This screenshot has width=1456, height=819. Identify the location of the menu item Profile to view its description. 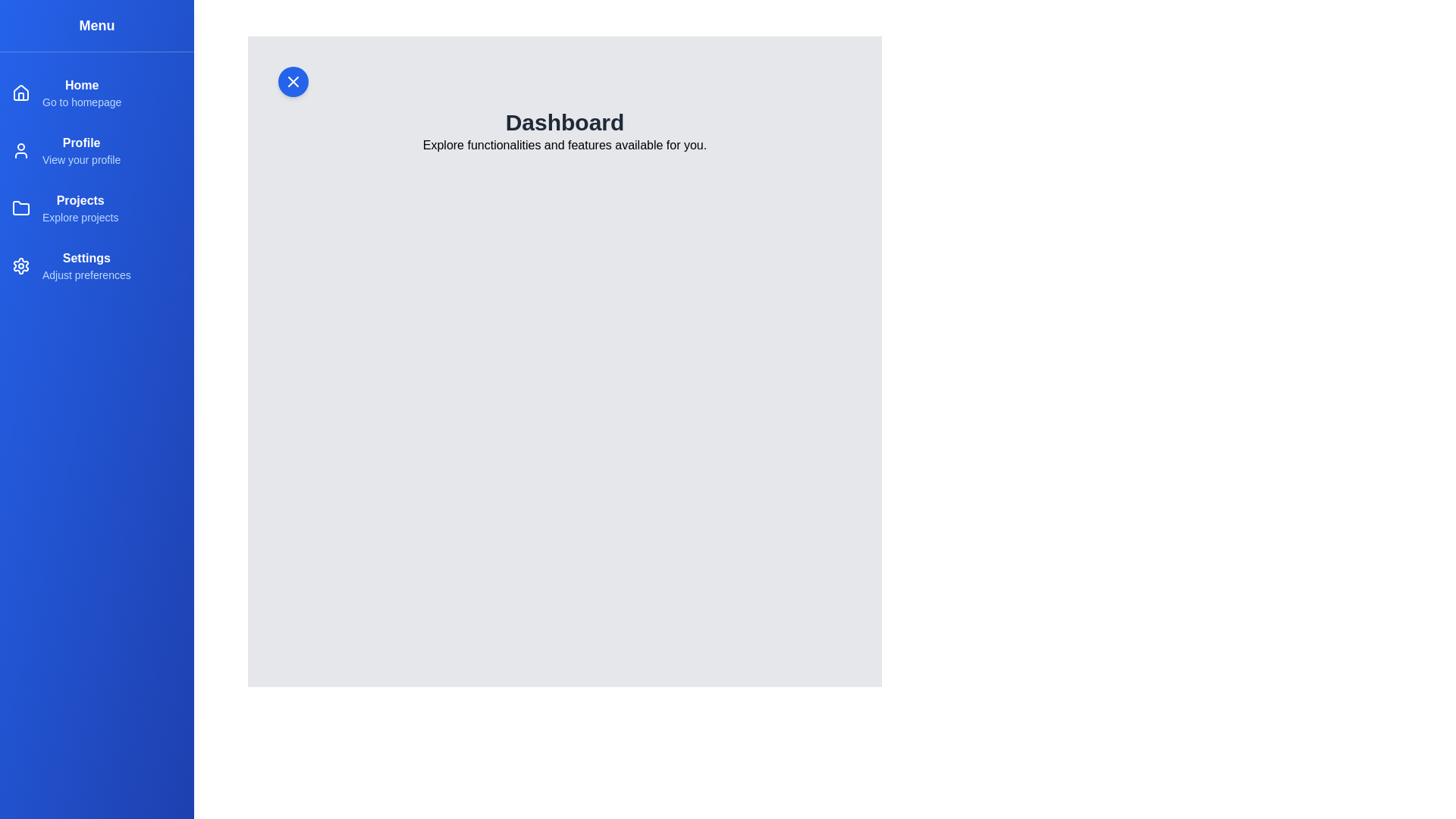
(96, 151).